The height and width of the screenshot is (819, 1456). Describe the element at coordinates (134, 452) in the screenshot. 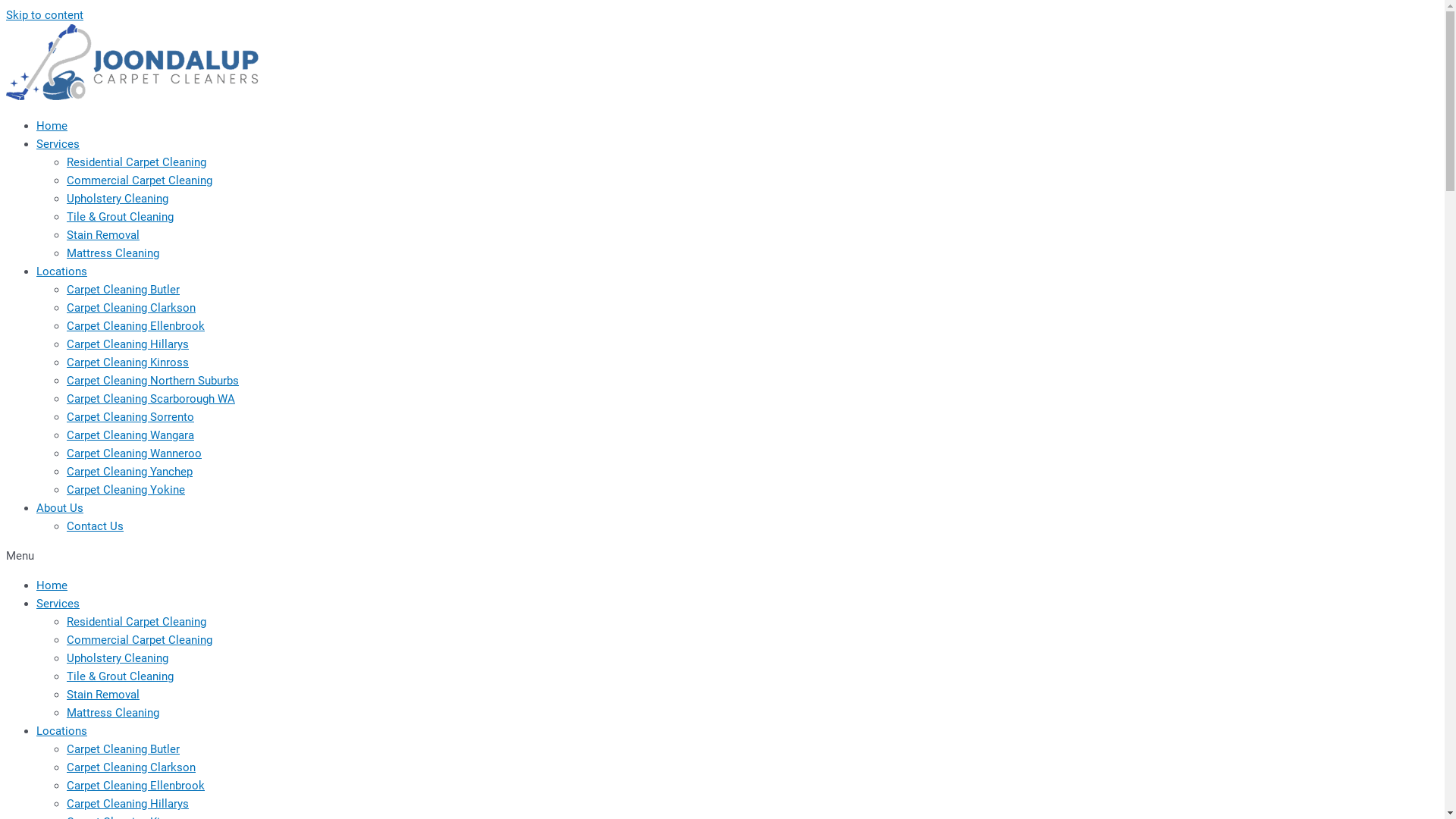

I see `'Carpet Cleaning Wanneroo'` at that location.